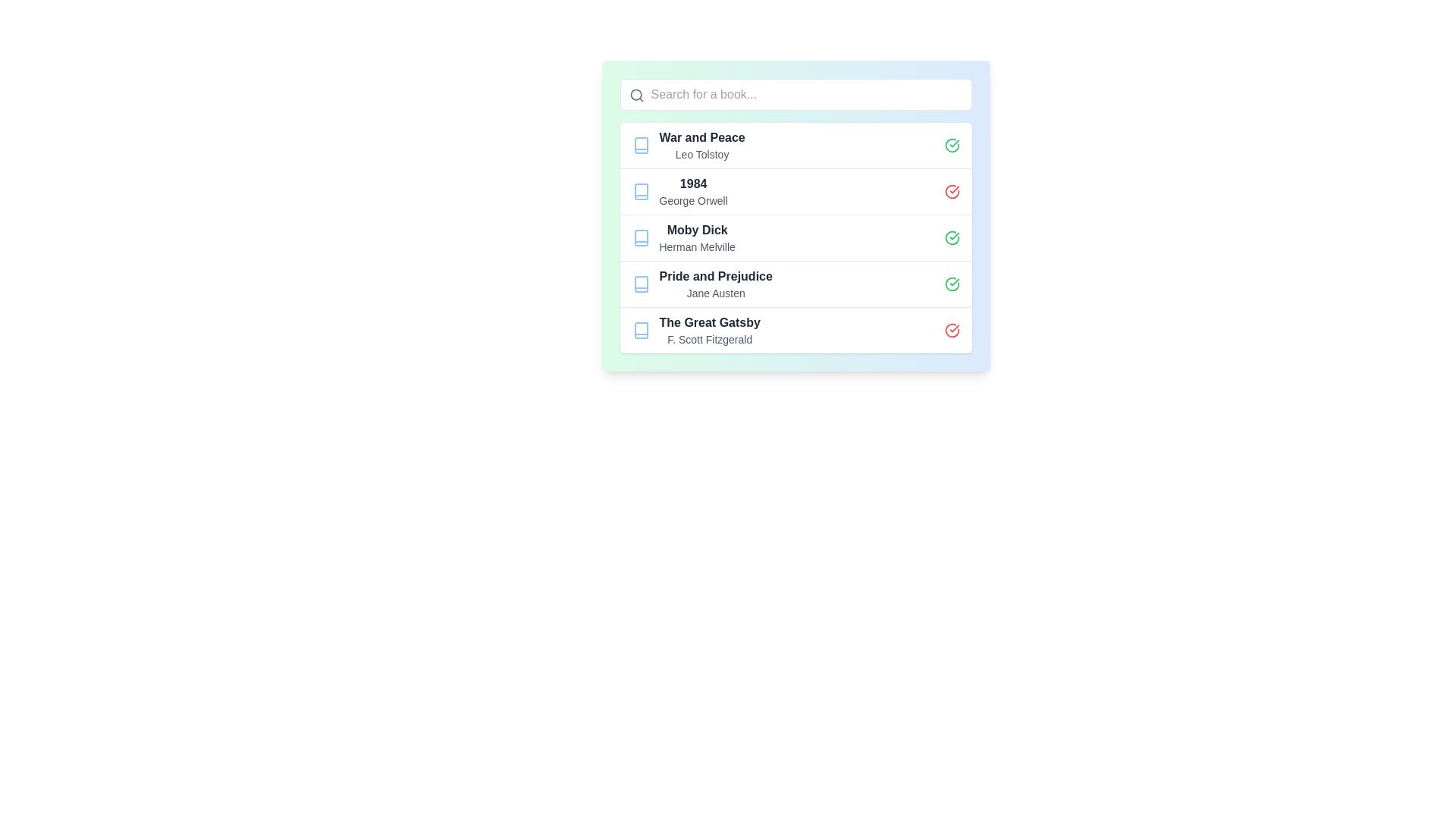 This screenshot has width=1456, height=819. Describe the element at coordinates (641, 284) in the screenshot. I see `the book icon representing 'Pride and Prejudice' by Jane Austen in the book list` at that location.